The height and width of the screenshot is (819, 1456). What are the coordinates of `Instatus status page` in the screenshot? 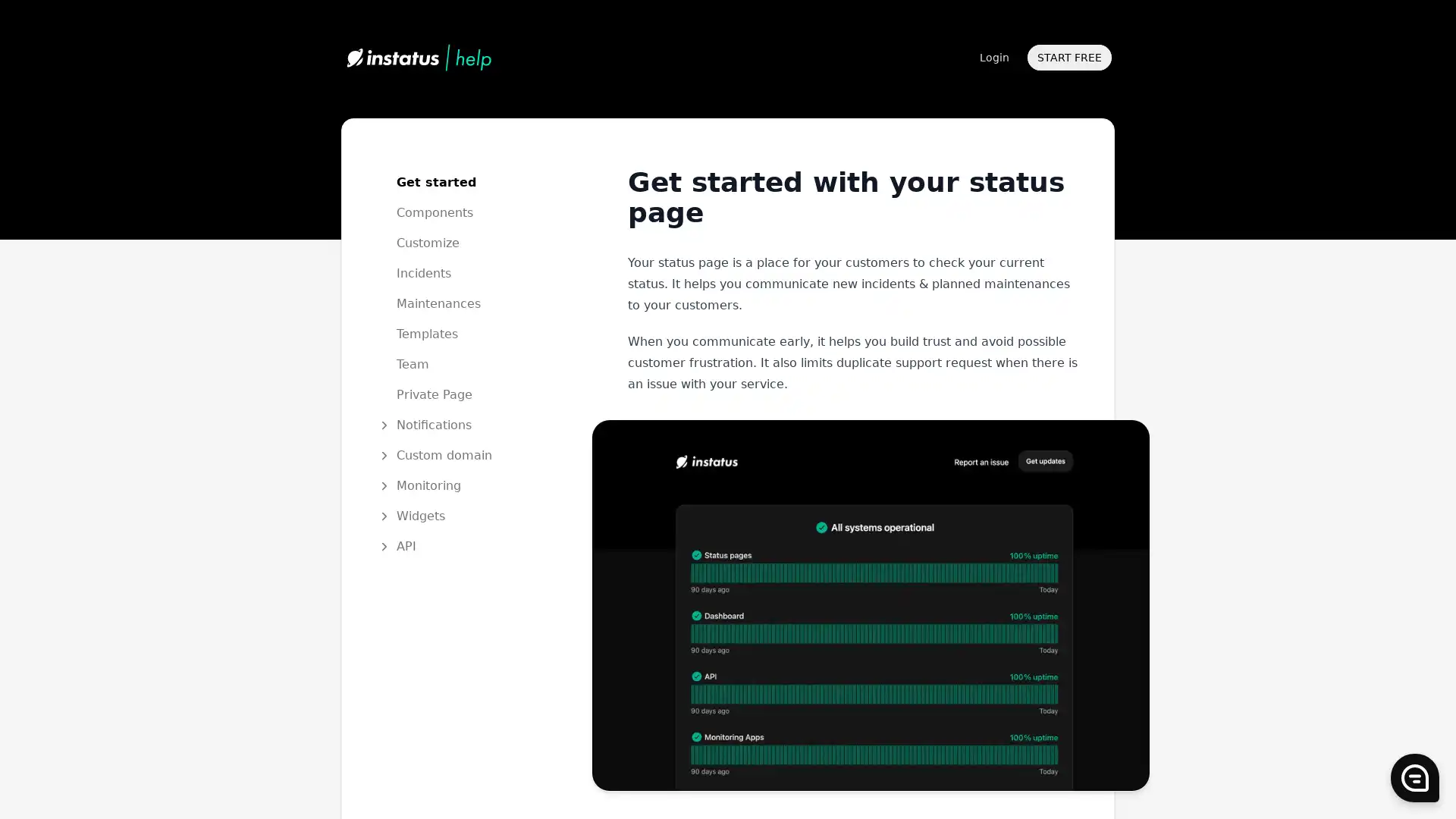 It's located at (870, 604).